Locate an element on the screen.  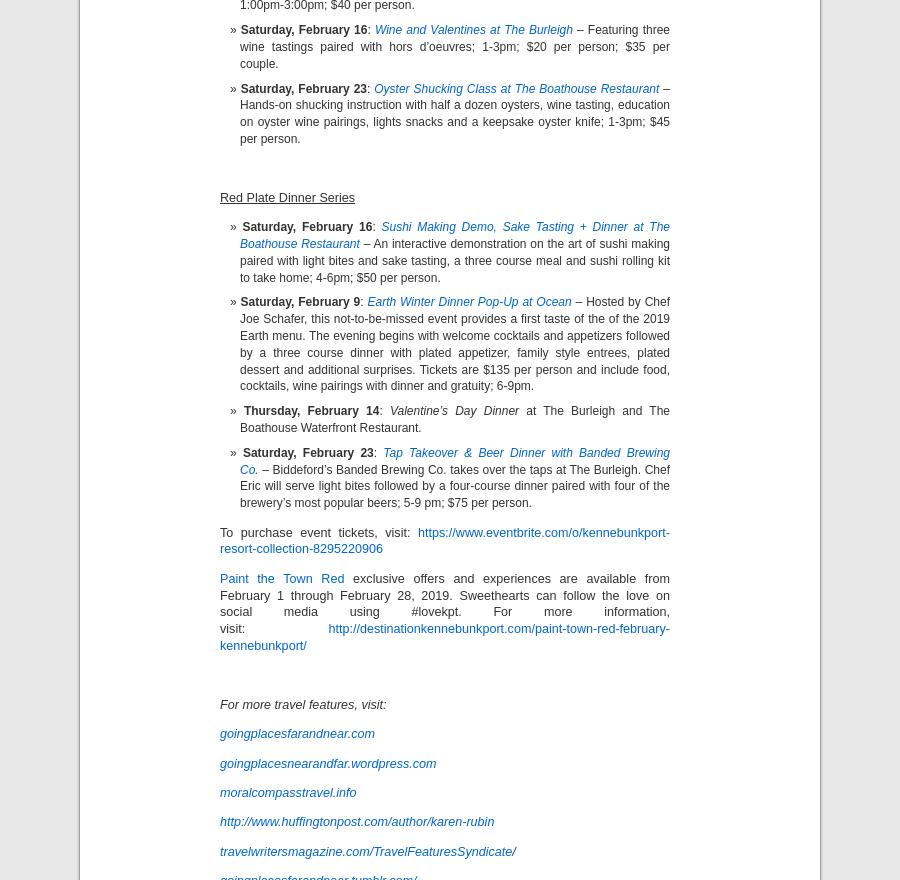
'Sushi Making Demo, Sake Tasting + Dinner at The Boathouse Restaurant' is located at coordinates (239, 234).